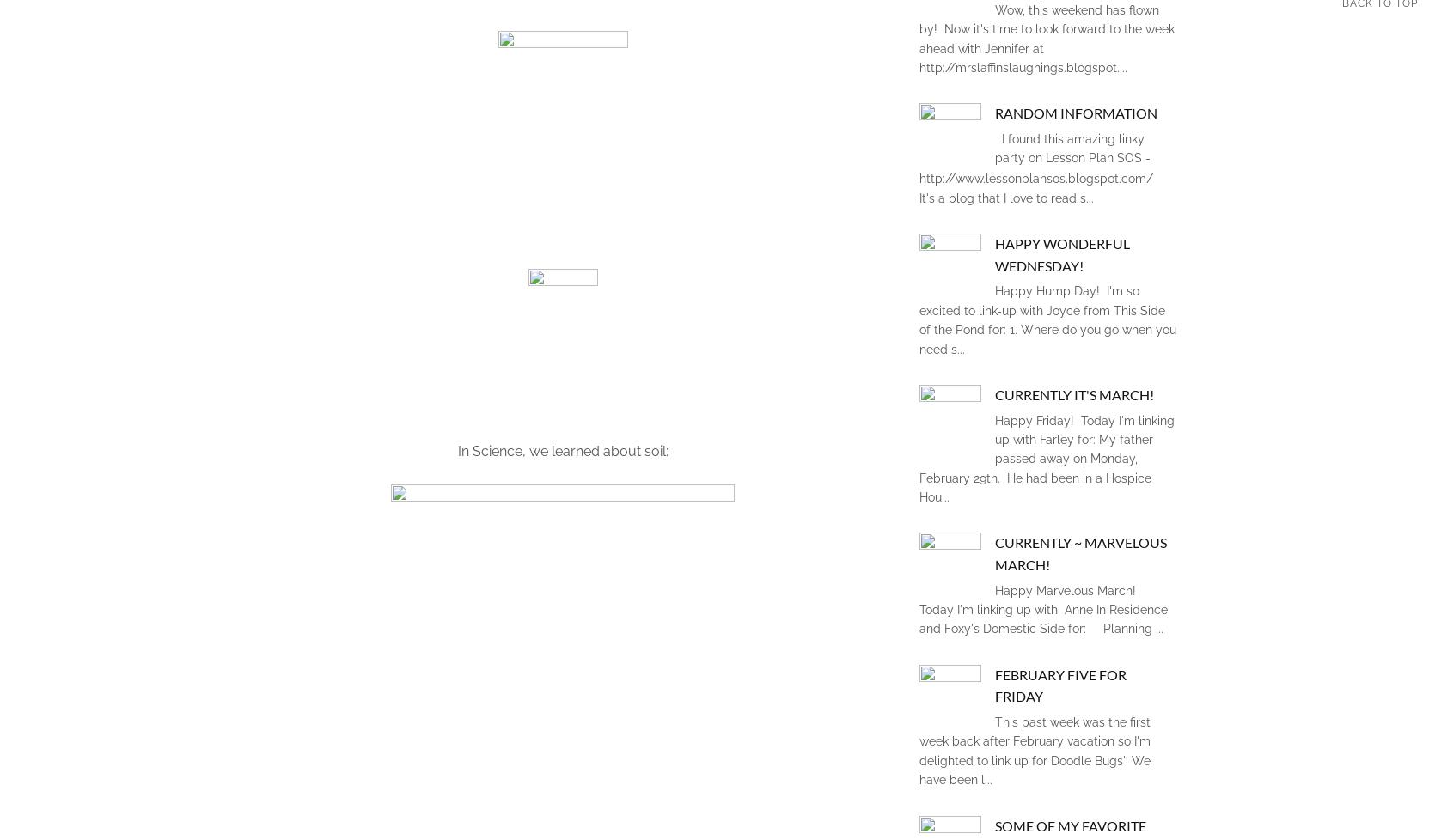 This screenshot has width=1435, height=840. Describe the element at coordinates (1040, 167) in the screenshot. I see `'I found this amazing linky party on Lesson Plan SOS - http://www.lessonplansos.blogspot.com/   It's a blog that I love to read s...'` at that location.